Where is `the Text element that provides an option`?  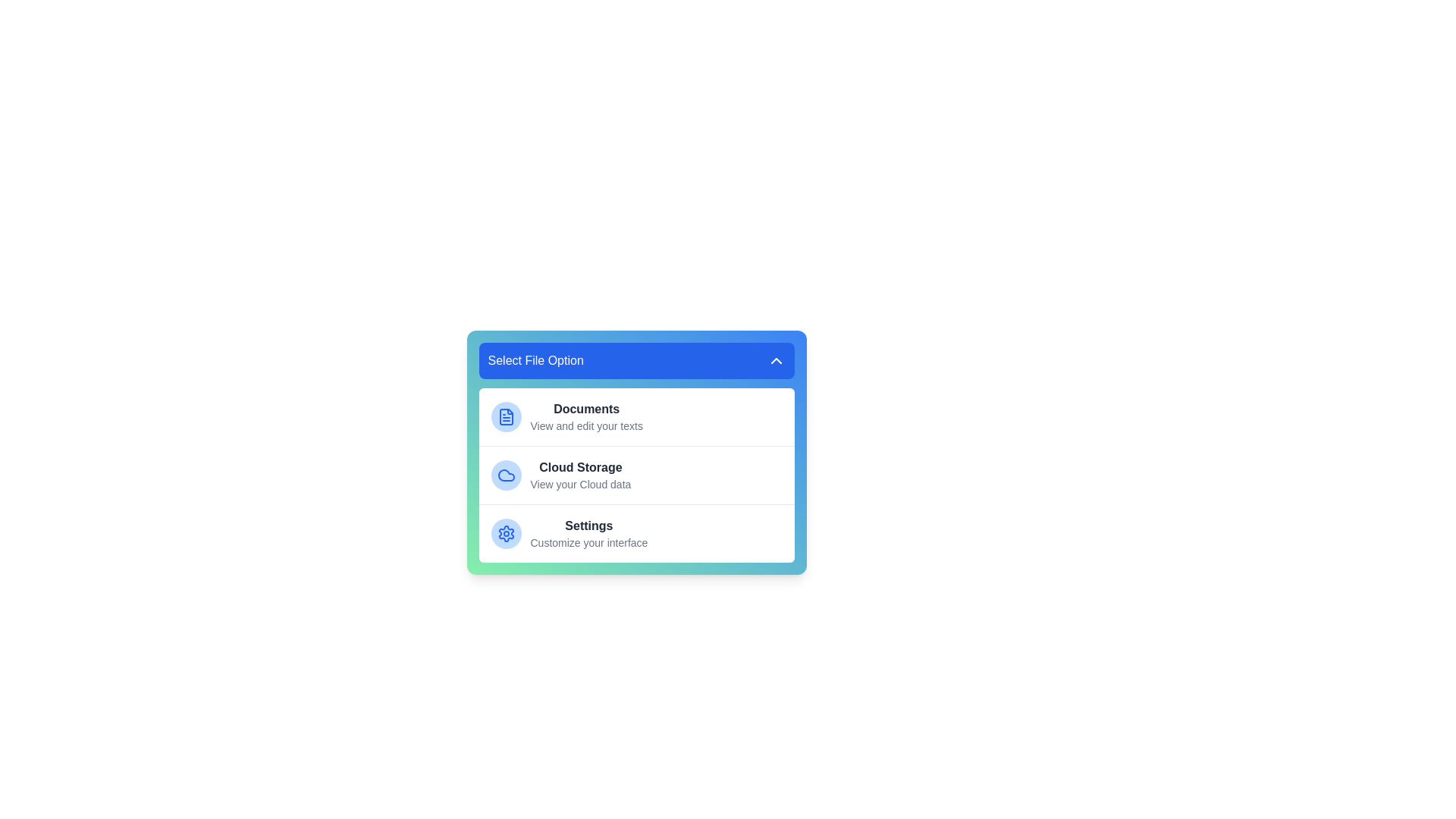
the Text element that provides an option is located at coordinates (588, 533).